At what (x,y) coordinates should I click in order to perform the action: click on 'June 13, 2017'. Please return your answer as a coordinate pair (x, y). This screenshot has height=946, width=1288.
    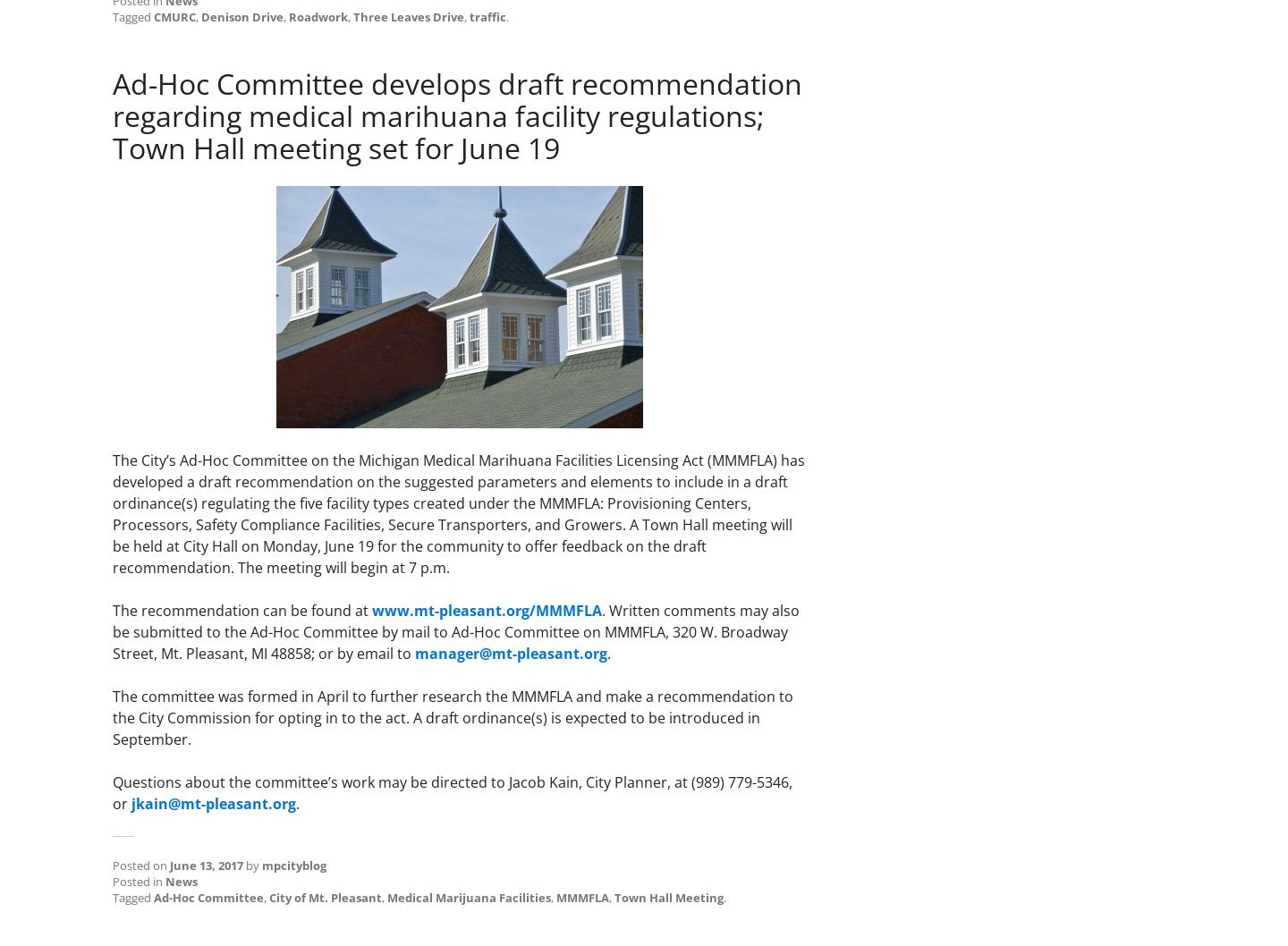
    Looking at the image, I should click on (206, 865).